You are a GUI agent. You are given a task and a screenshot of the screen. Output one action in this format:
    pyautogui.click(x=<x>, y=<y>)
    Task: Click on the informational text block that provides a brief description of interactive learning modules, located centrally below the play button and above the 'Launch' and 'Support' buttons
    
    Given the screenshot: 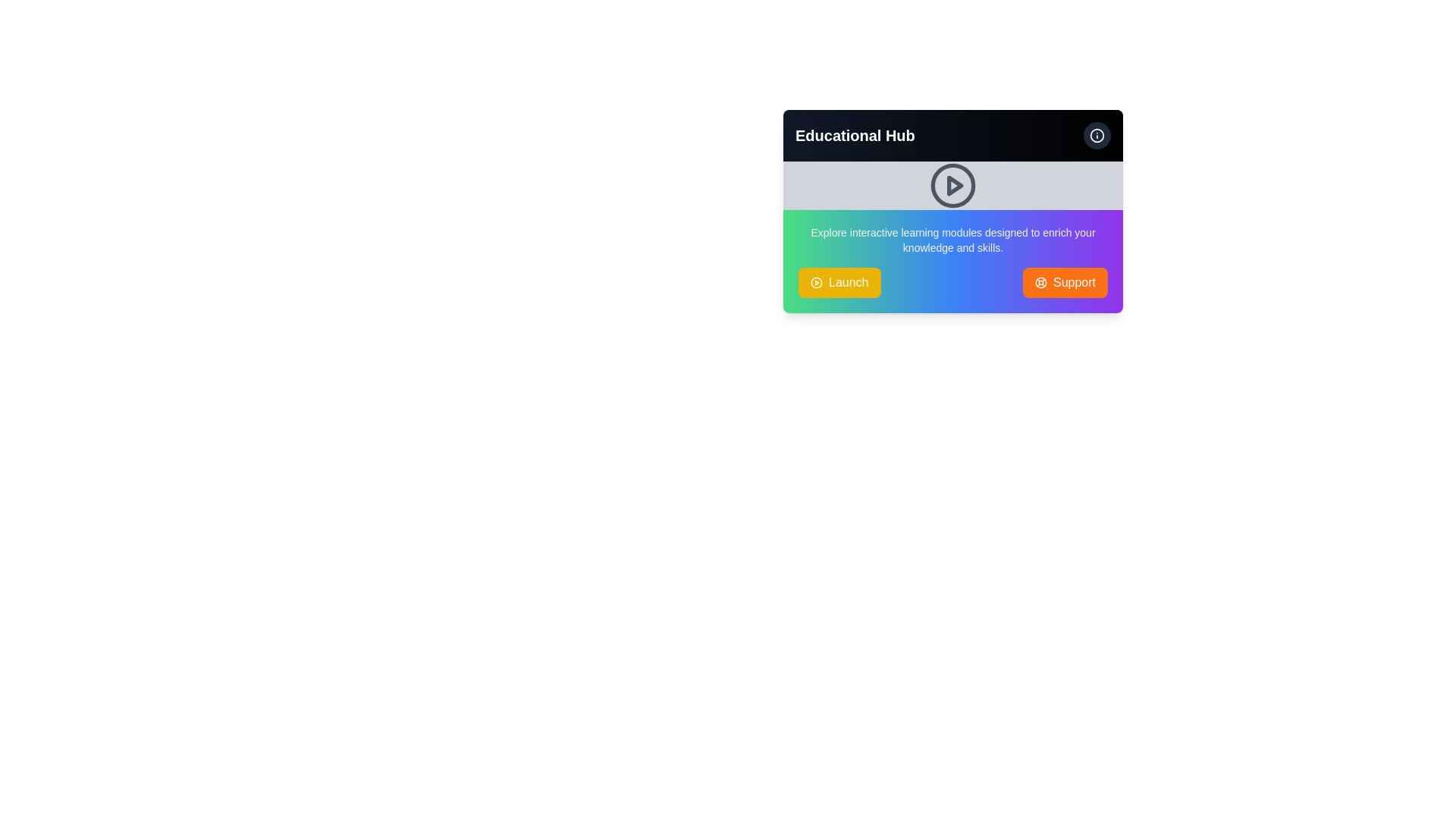 What is the action you would take?
    pyautogui.click(x=952, y=239)
    